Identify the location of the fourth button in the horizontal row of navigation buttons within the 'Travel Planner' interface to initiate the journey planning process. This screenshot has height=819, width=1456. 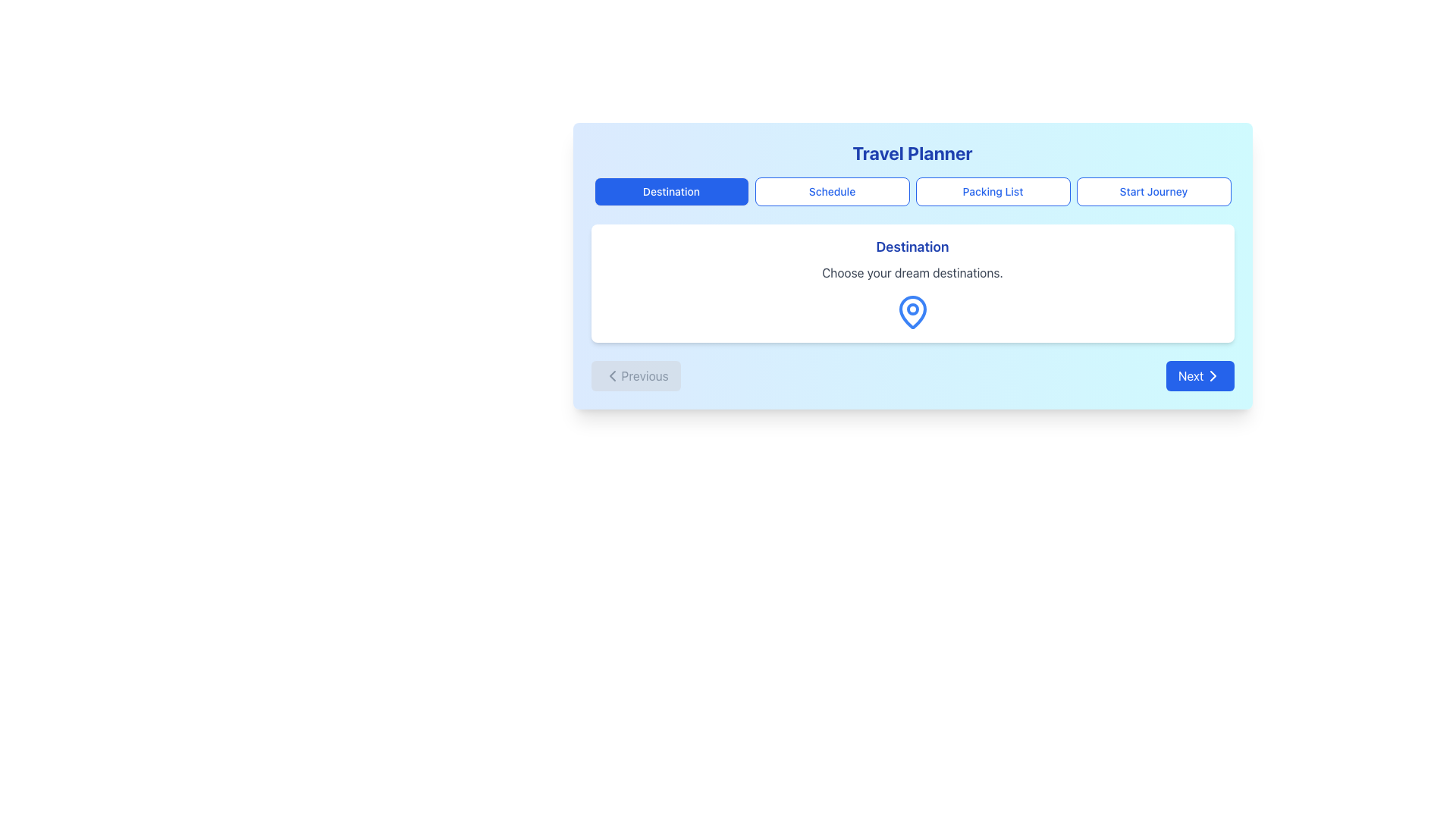
(1153, 191).